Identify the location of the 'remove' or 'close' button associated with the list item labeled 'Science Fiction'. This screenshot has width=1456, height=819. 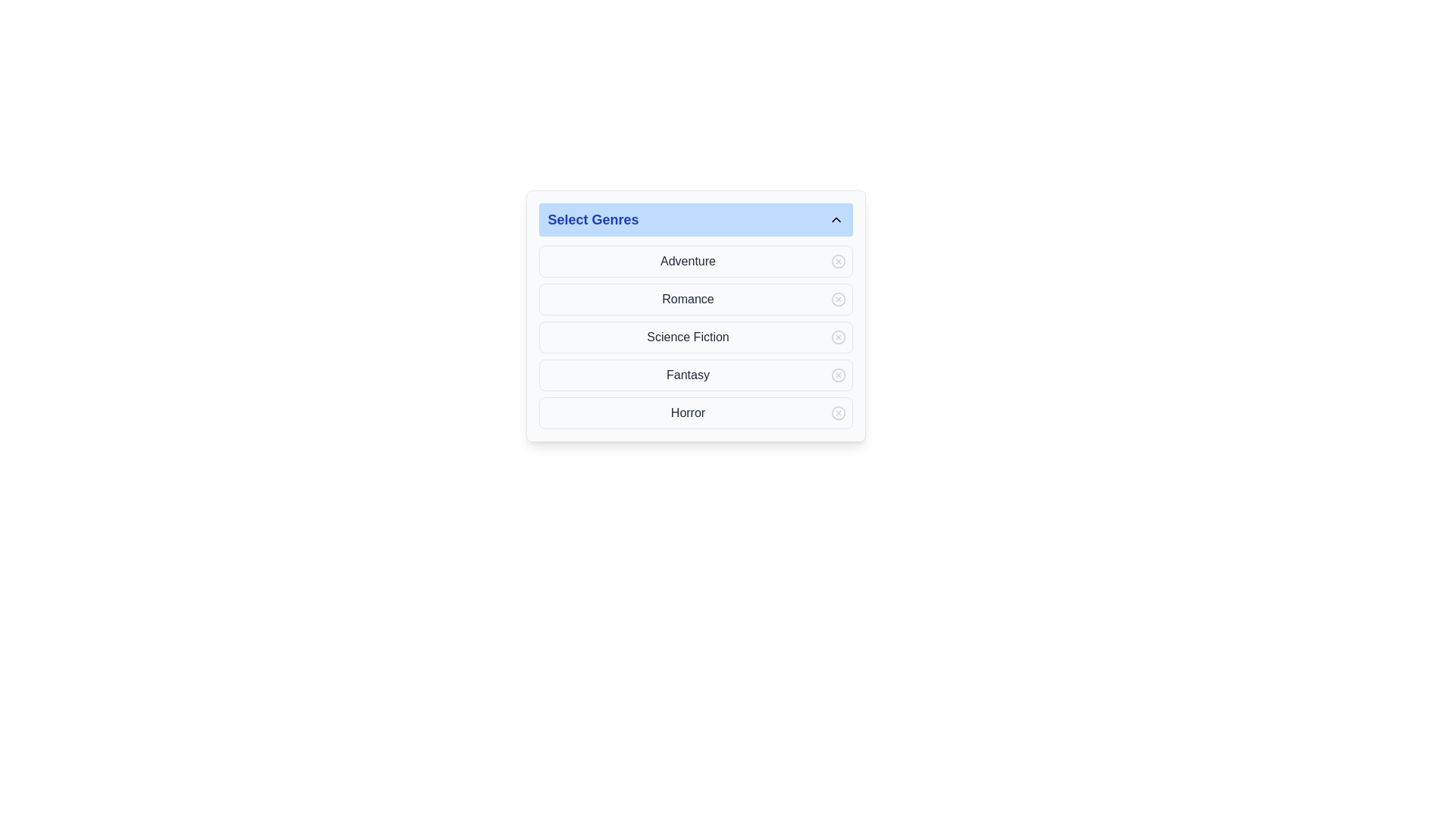
(837, 336).